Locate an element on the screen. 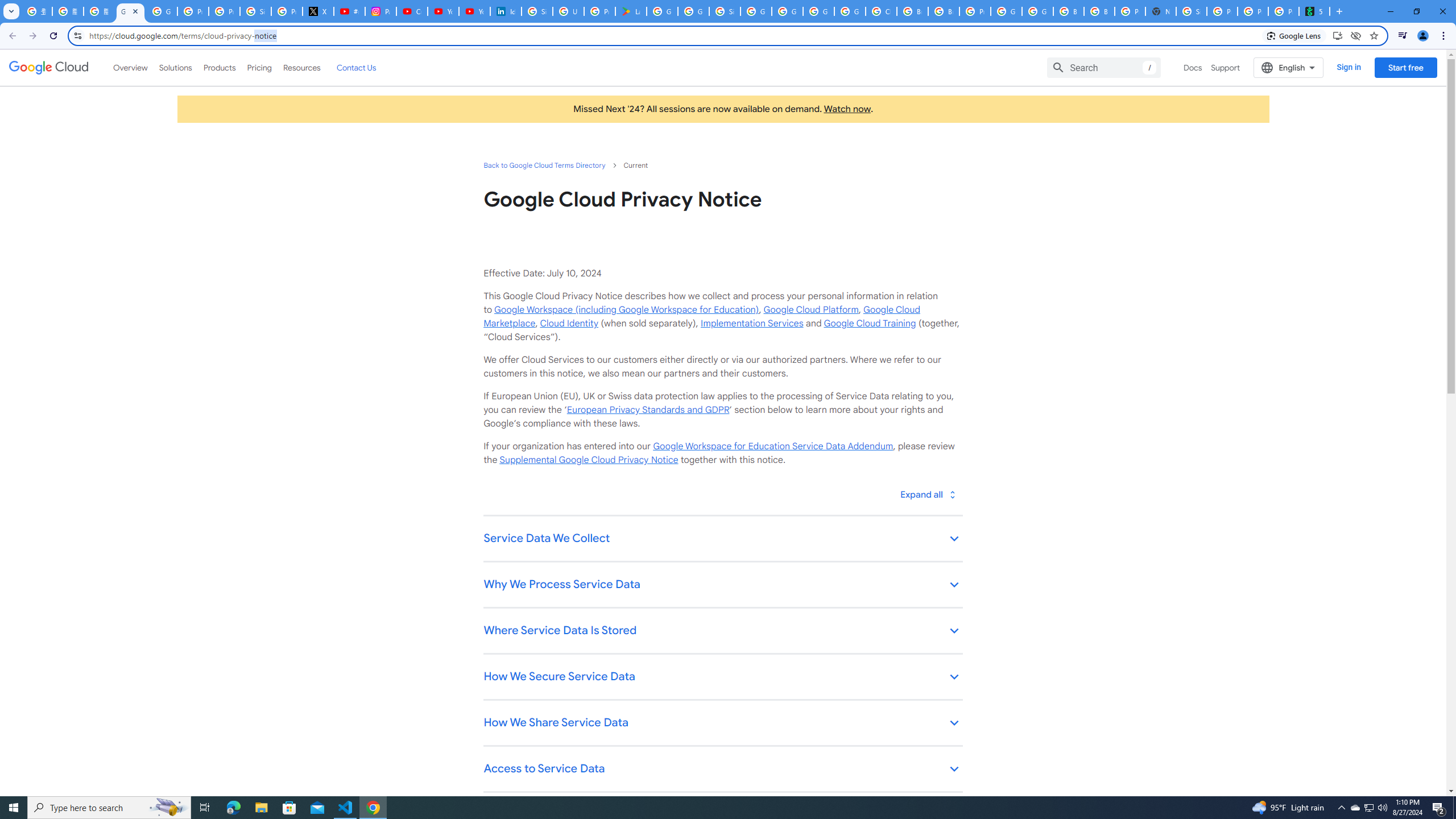 Image resolution: width=1456 pixels, height=819 pixels. 'Install Google Cloud' is located at coordinates (1337, 35).